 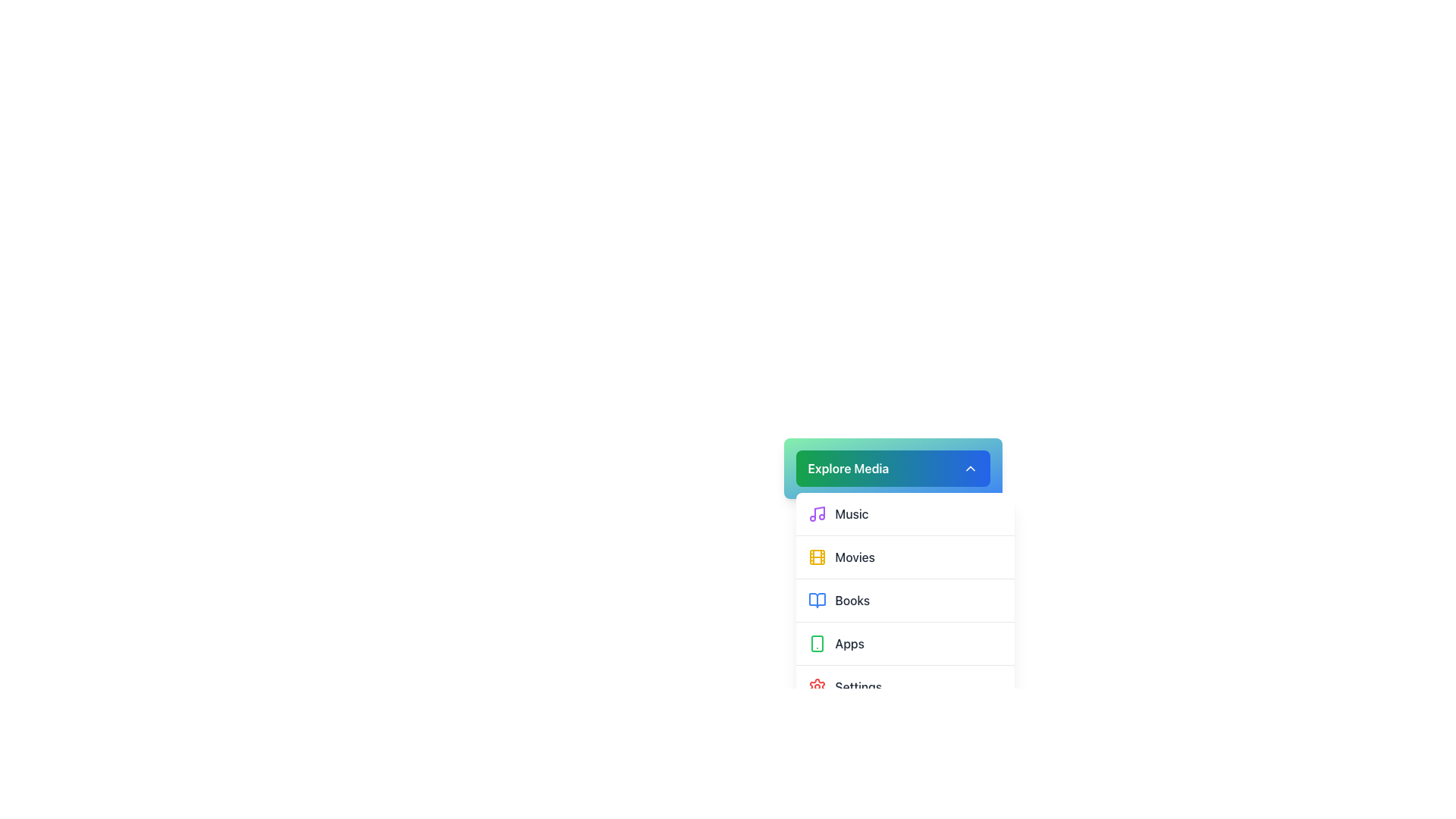 I want to click on the 'Music' category icon located under the 'Explore Media' heading, so click(x=816, y=513).